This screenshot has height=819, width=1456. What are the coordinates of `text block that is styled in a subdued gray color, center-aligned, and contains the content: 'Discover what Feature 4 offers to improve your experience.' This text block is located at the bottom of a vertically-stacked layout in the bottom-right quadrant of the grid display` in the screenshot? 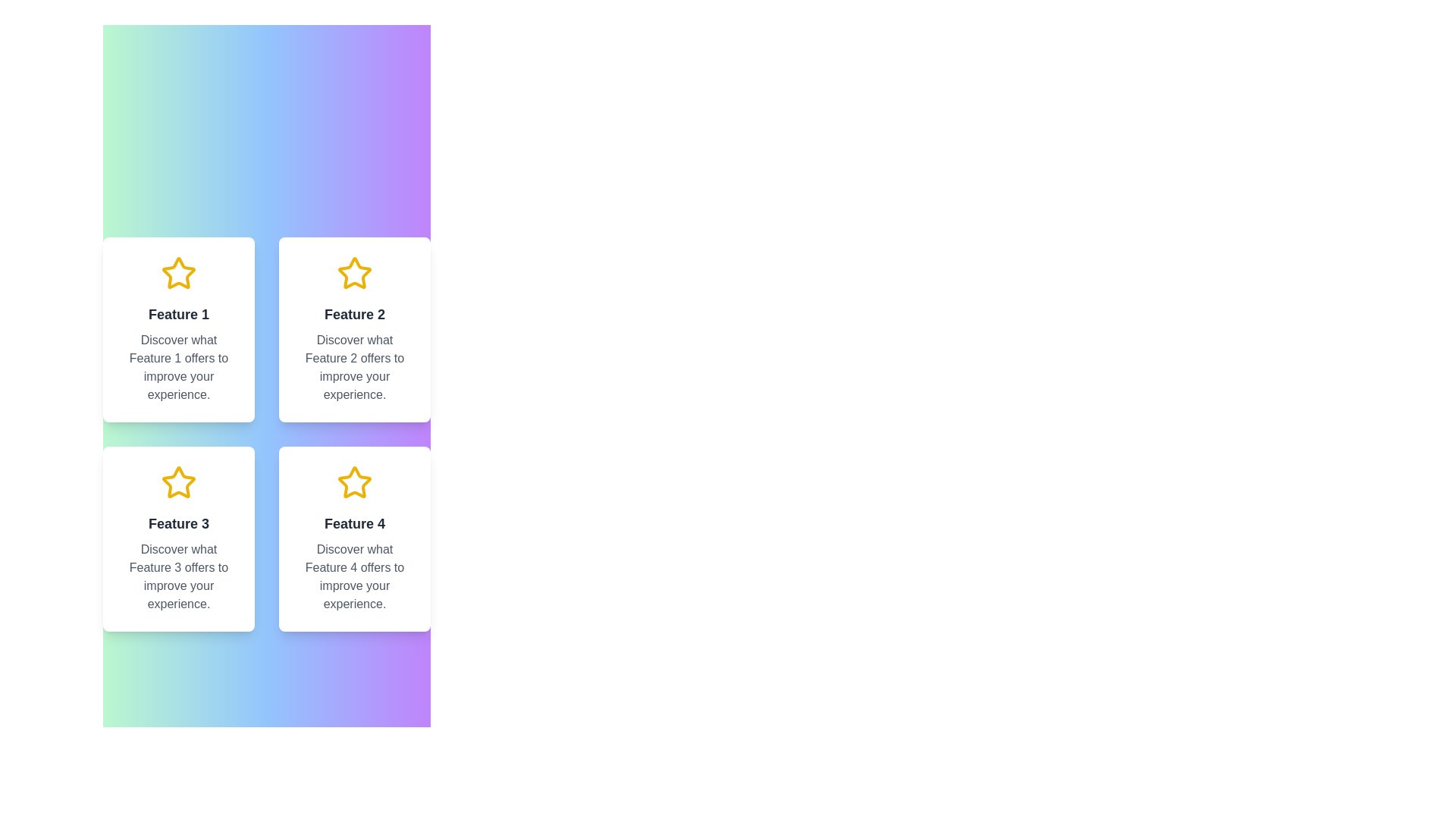 It's located at (353, 576).